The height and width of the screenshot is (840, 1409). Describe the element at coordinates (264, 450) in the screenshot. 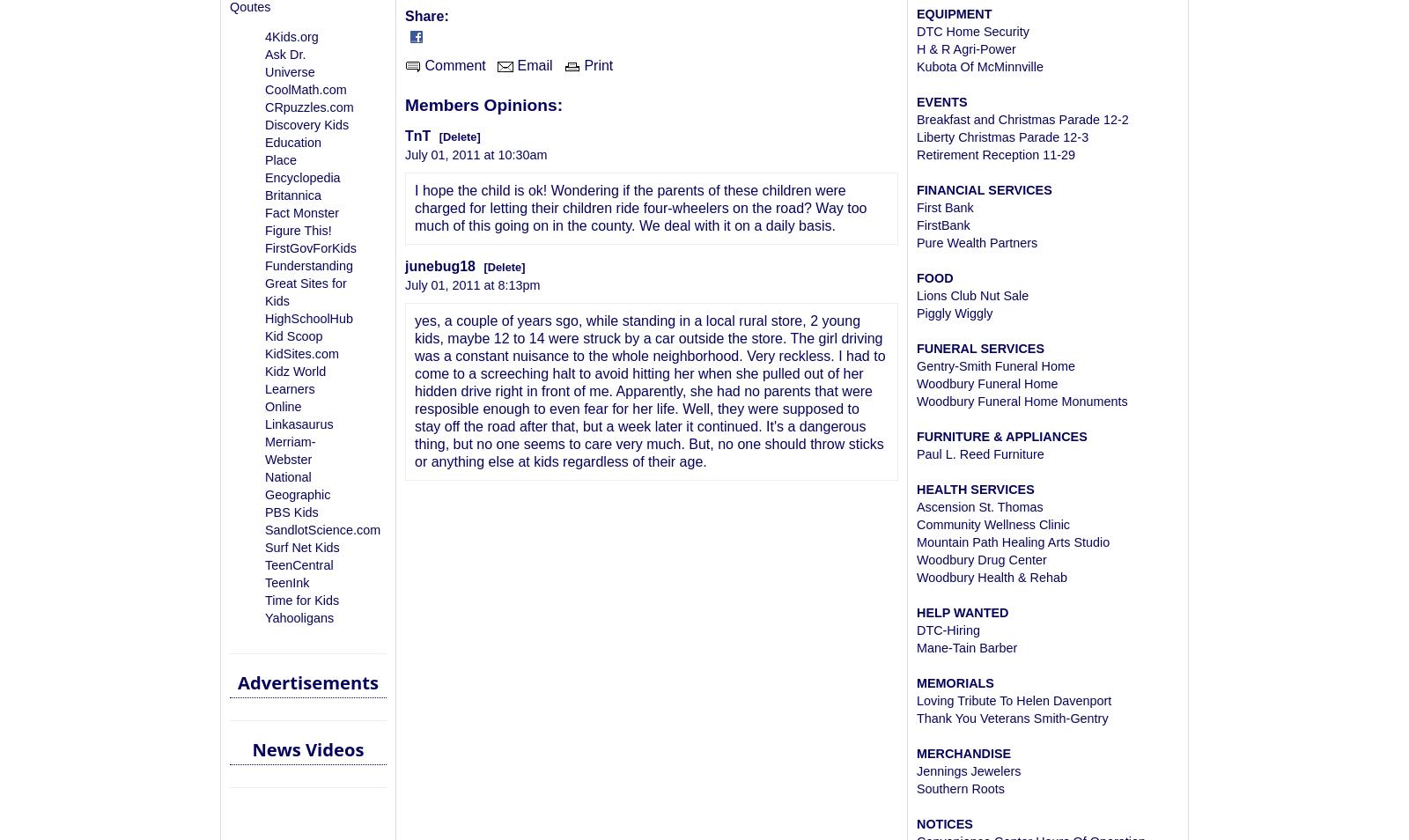

I see `'Merriam-Webster'` at that location.